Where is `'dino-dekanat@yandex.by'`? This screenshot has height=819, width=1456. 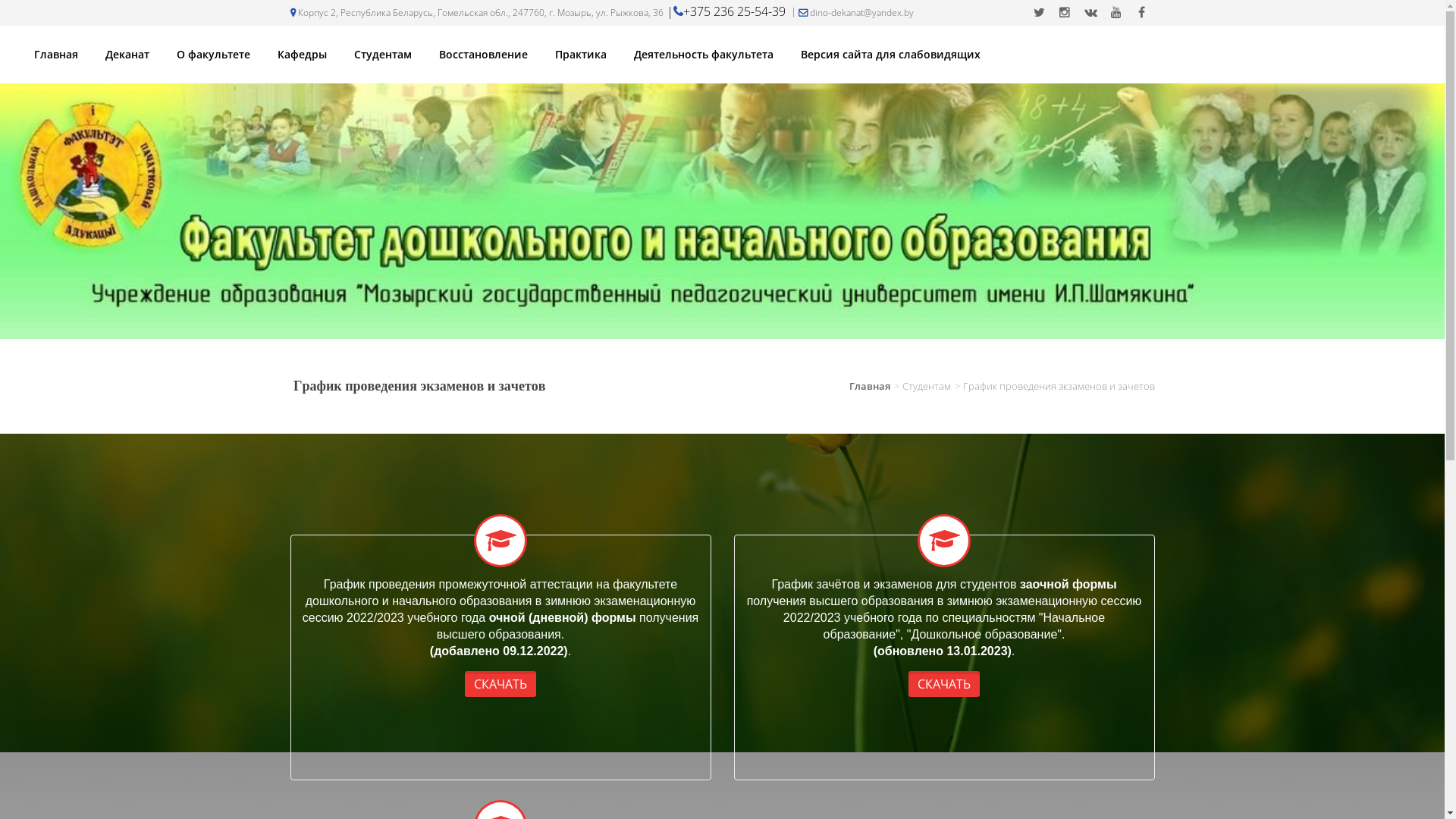 'dino-dekanat@yandex.by' is located at coordinates (851, 12).